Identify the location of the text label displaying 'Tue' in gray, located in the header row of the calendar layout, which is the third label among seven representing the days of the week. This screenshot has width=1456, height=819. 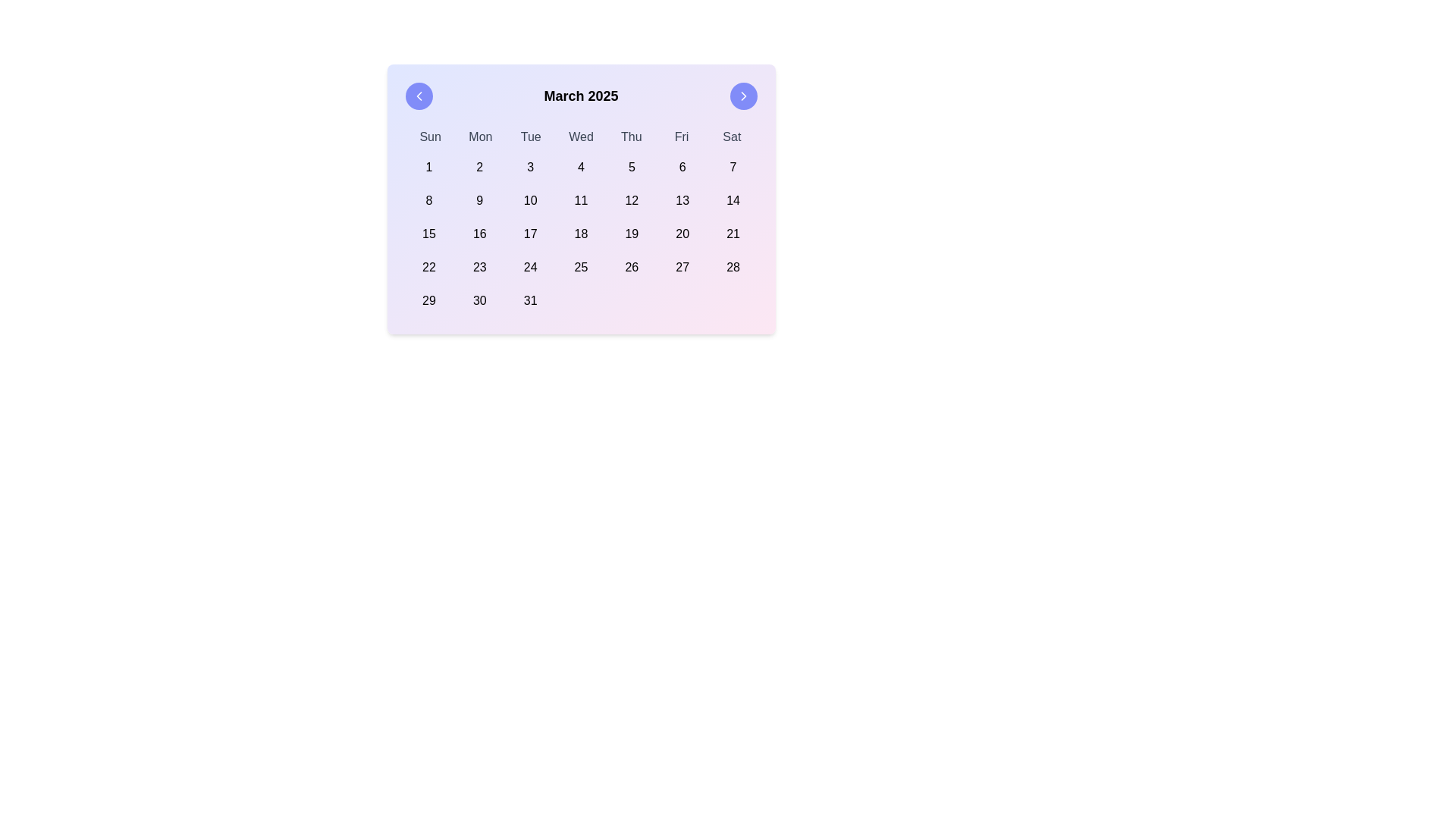
(531, 137).